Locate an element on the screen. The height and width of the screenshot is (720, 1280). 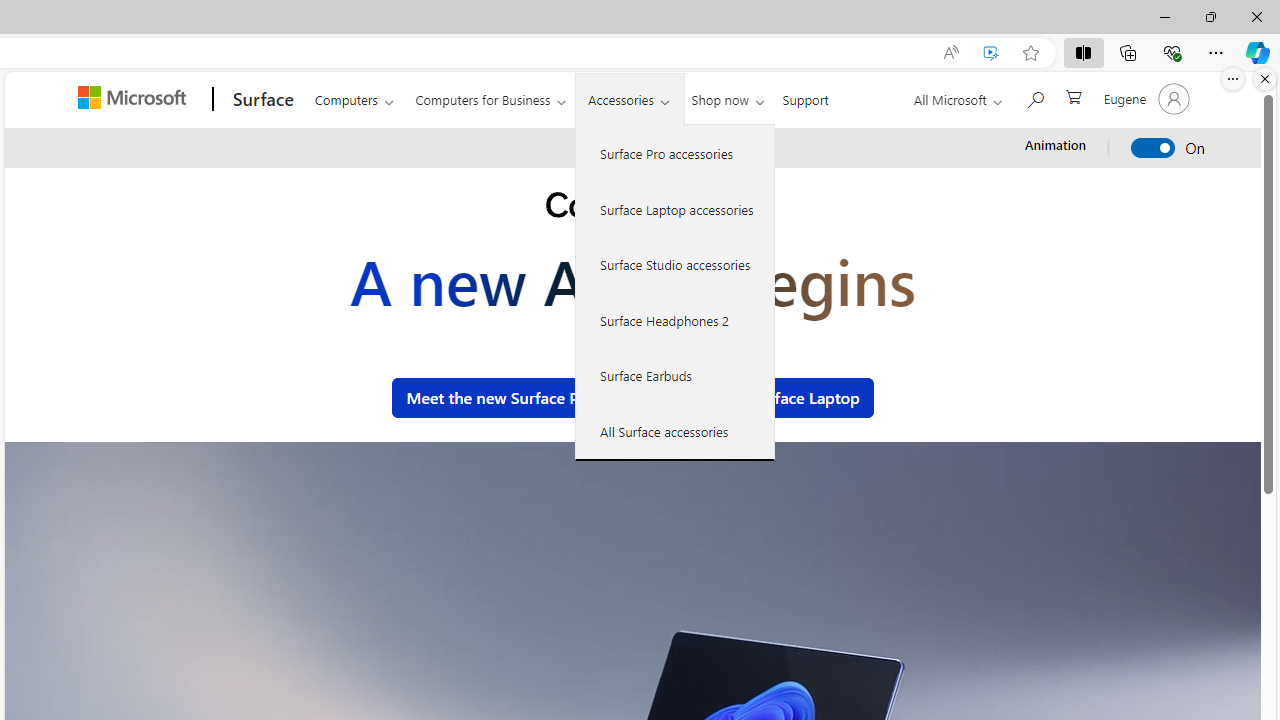
'Meet the new Surface Pro' is located at coordinates (499, 397).